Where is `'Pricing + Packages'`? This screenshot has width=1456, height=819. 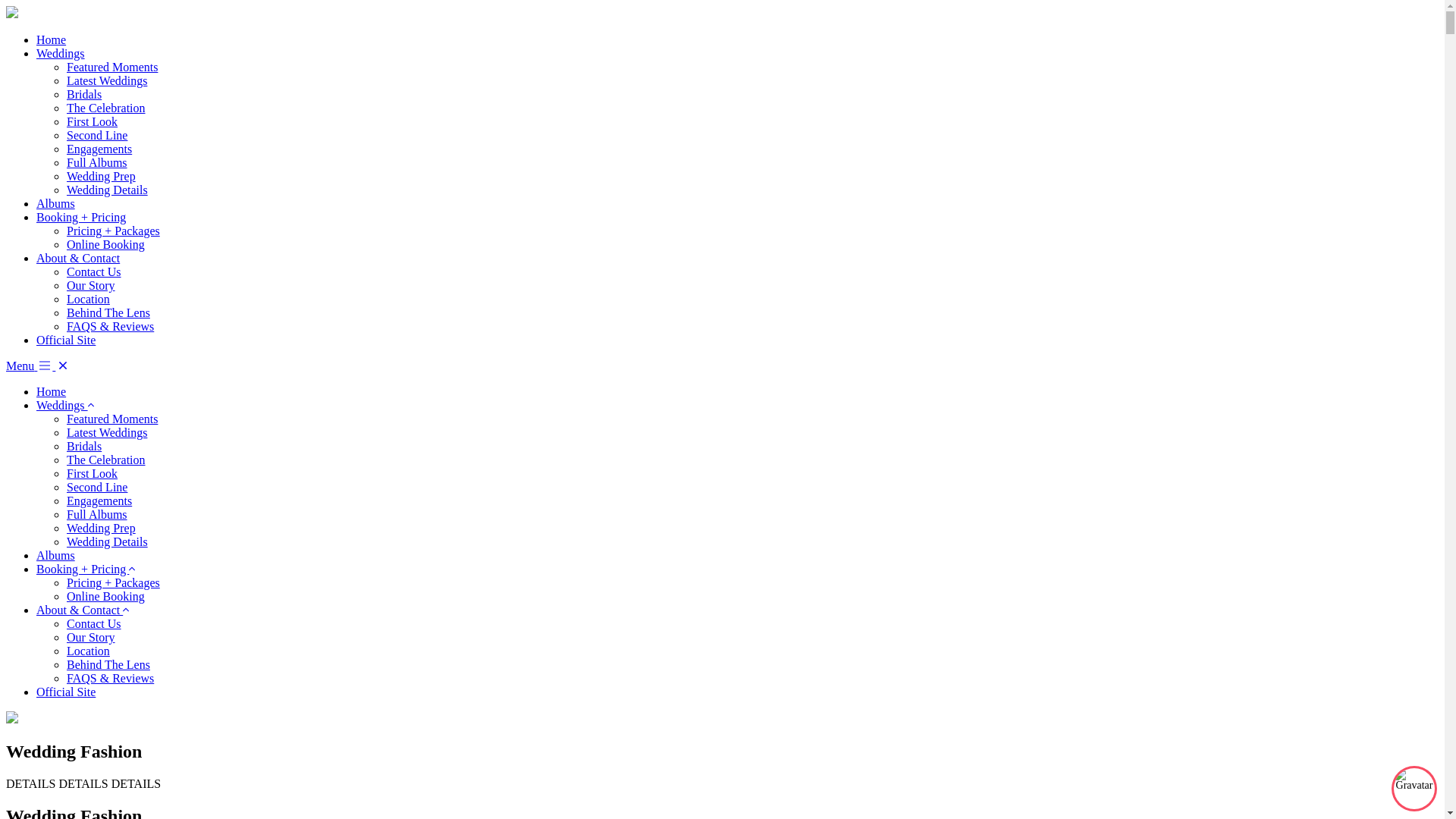
'Pricing + Packages' is located at coordinates (112, 231).